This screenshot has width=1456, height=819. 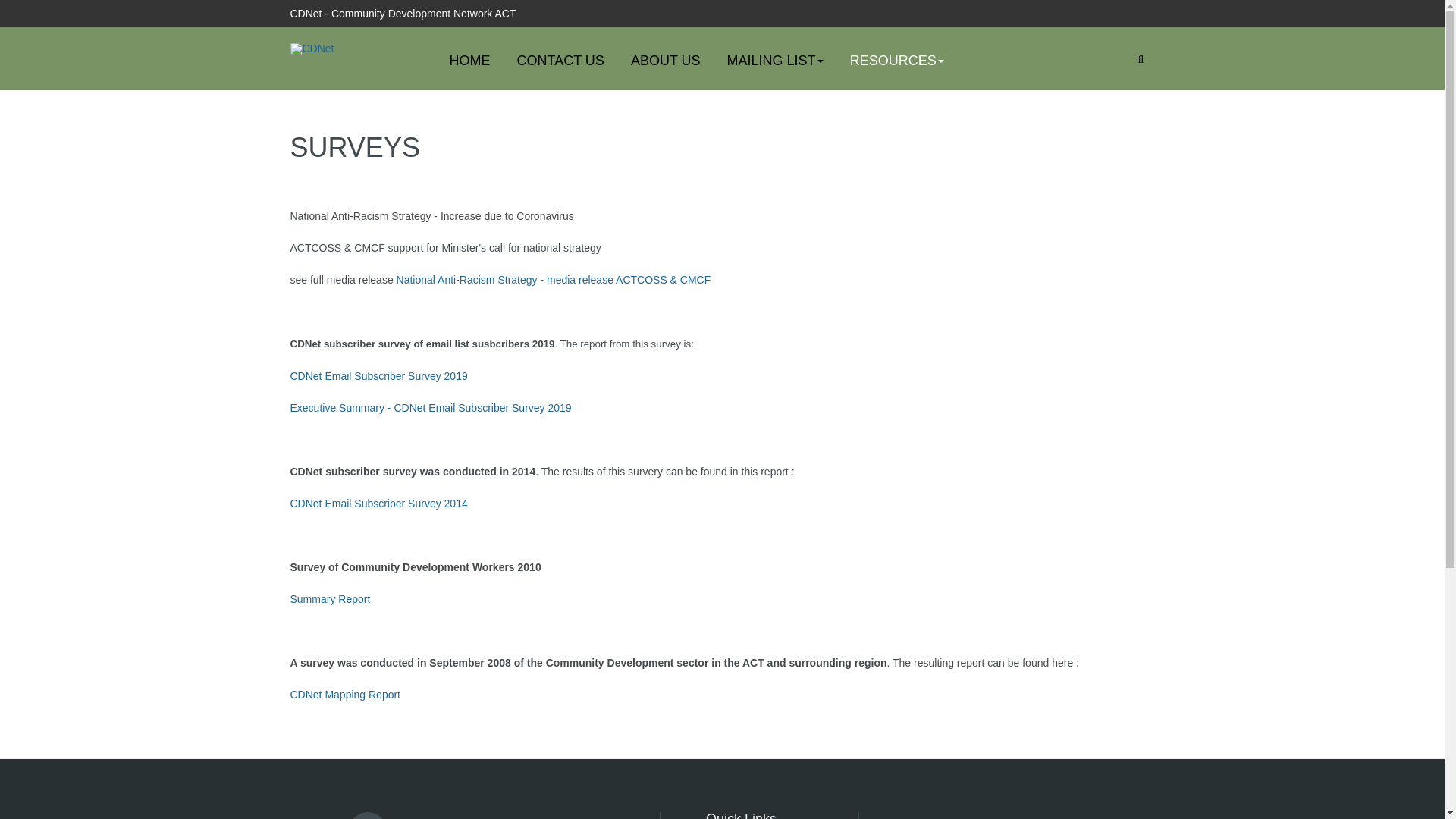 I want to click on 'CDNet Mapping Report', so click(x=344, y=694).